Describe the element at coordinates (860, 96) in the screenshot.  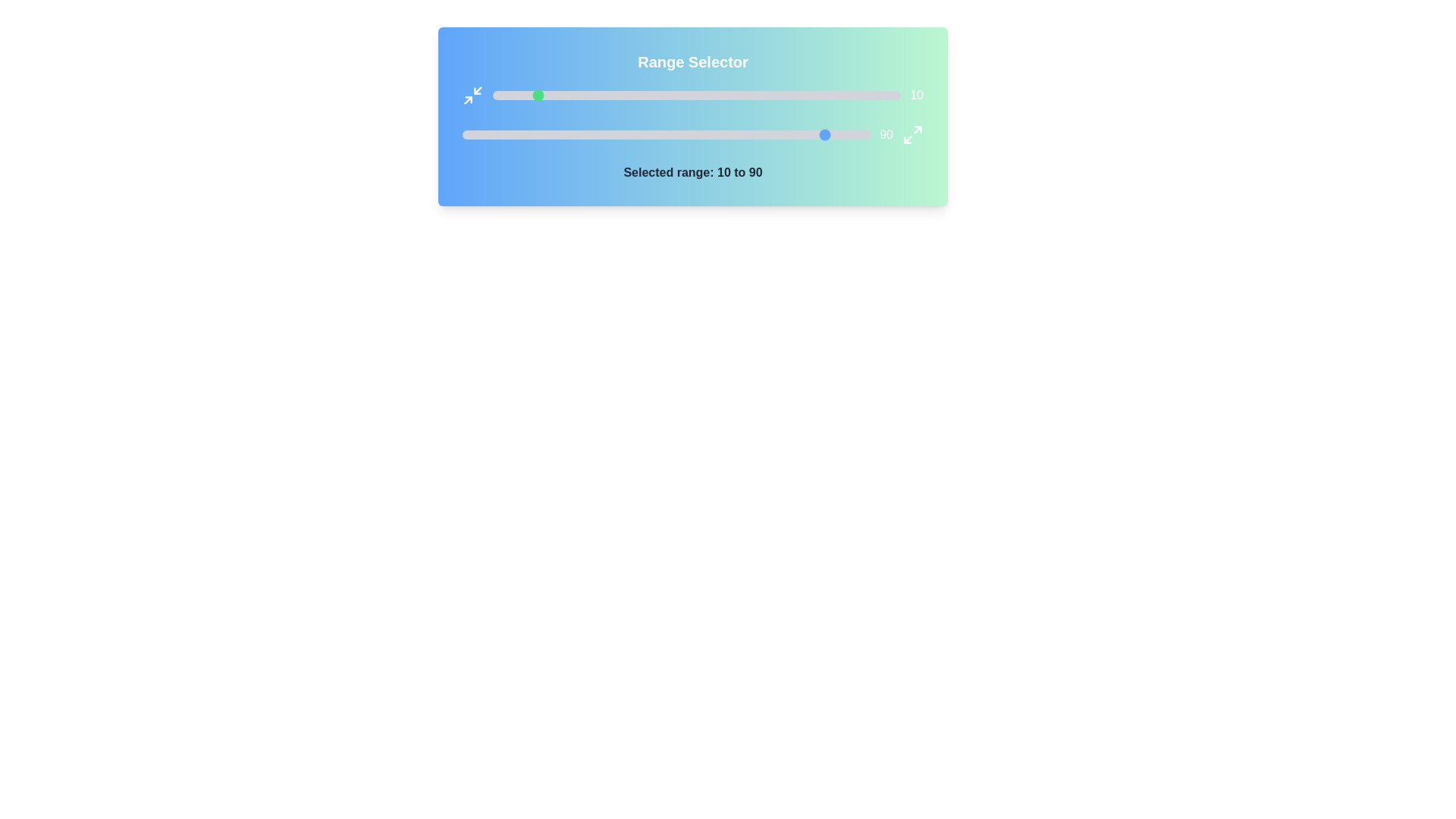
I see `the slider value` at that location.